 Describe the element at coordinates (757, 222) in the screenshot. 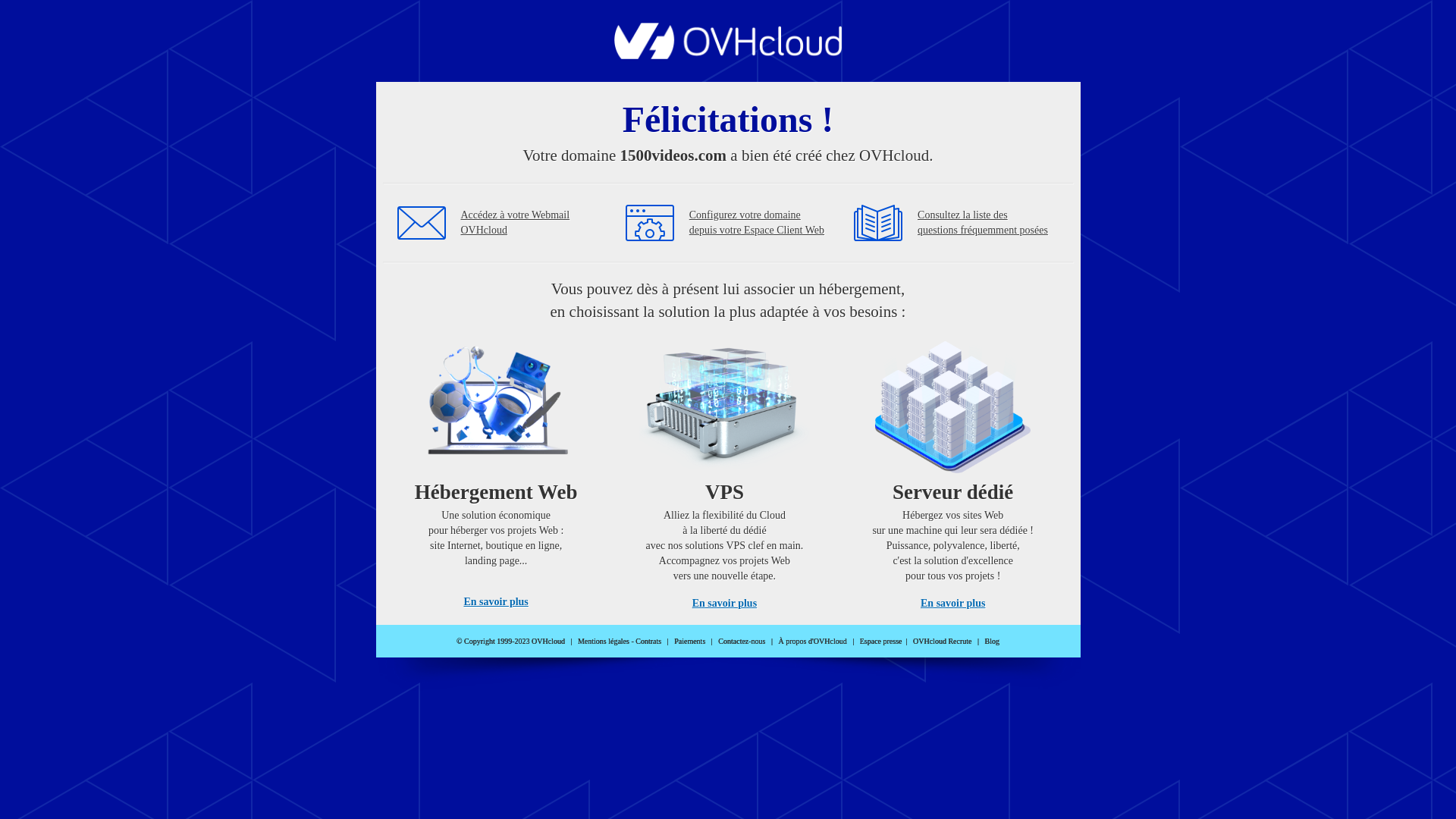

I see `'Configurez votre domaine` at that location.